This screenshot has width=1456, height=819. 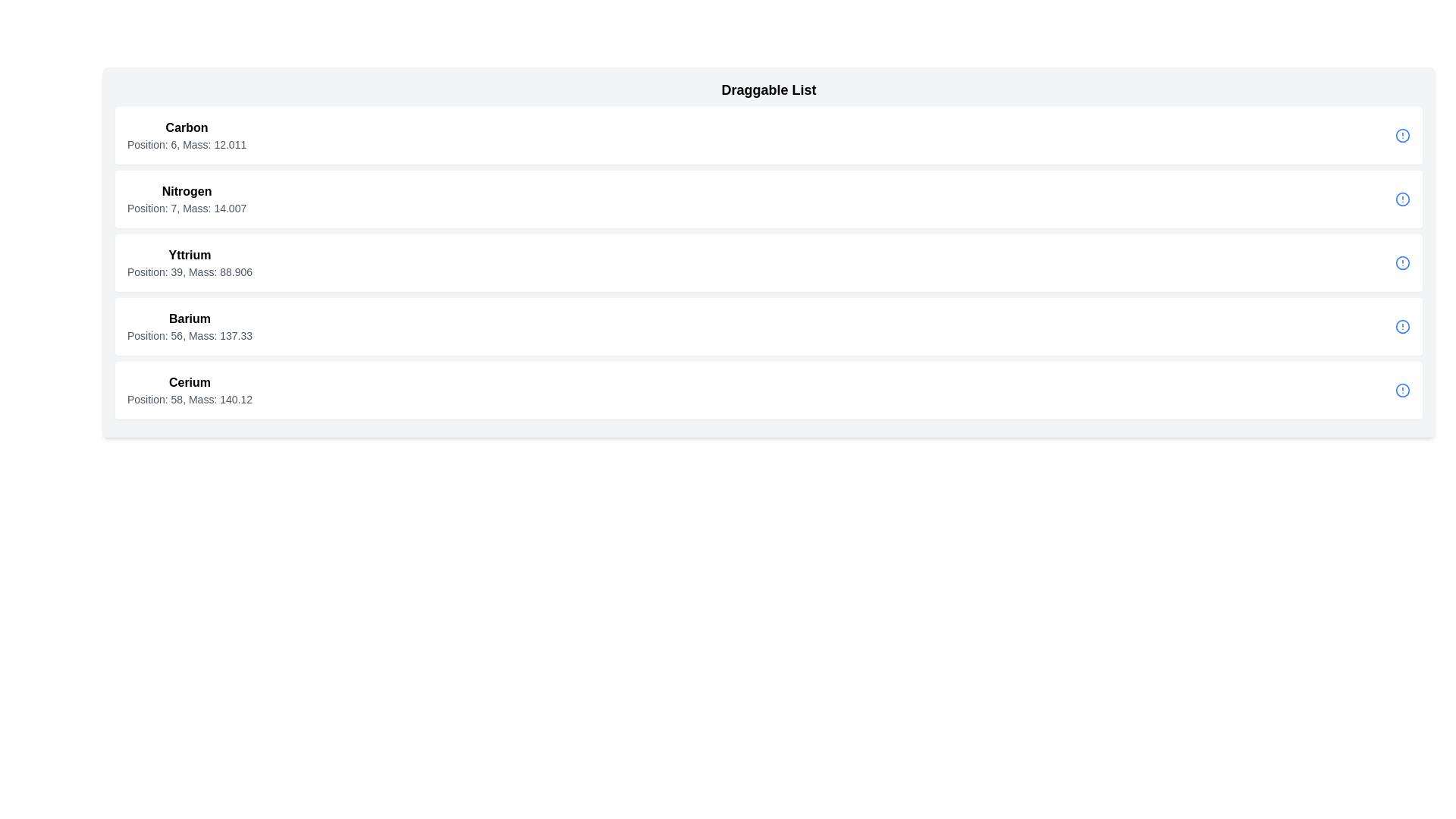 What do you see at coordinates (1401, 326) in the screenshot?
I see `the SVG-based circular icon with a blue stroke and white fill located to the right of the 'Barium' entry in the Draggable List` at bounding box center [1401, 326].